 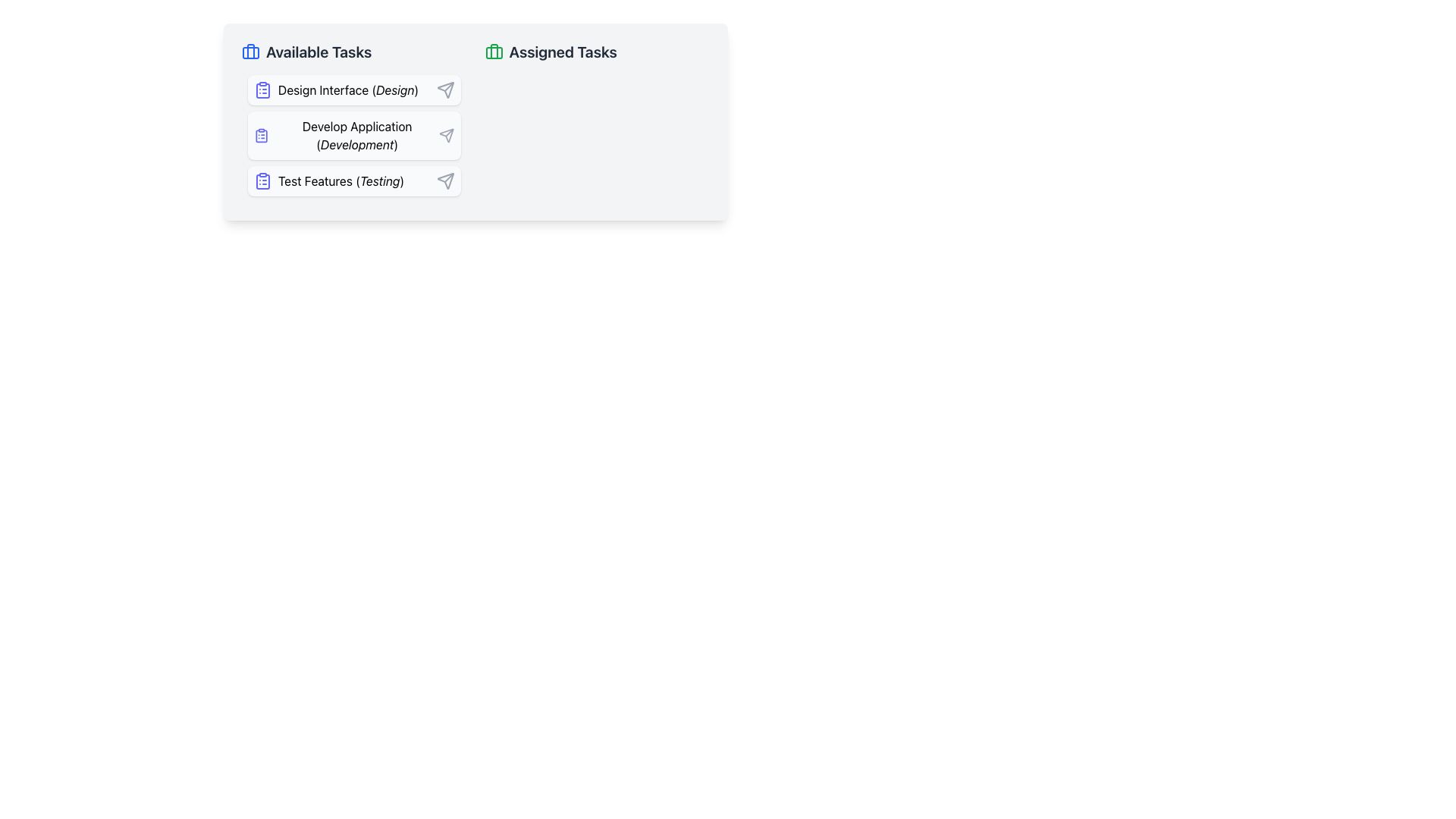 I want to click on the clipboard-like icon component located within the 'Available Tasks' section, specifically next to the 'Test Features (Testing)' task, so click(x=262, y=180).